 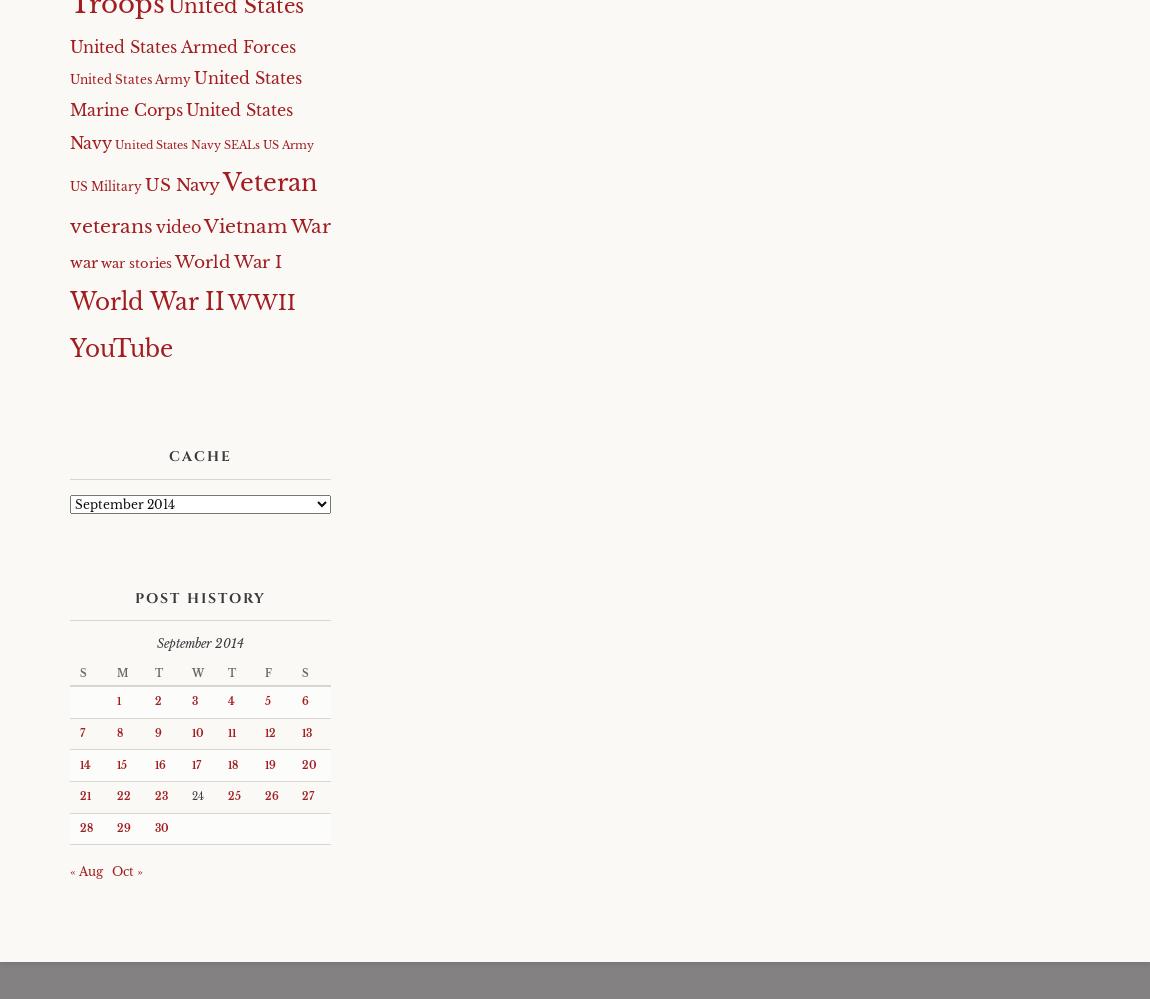 I want to click on '15', so click(x=115, y=763).